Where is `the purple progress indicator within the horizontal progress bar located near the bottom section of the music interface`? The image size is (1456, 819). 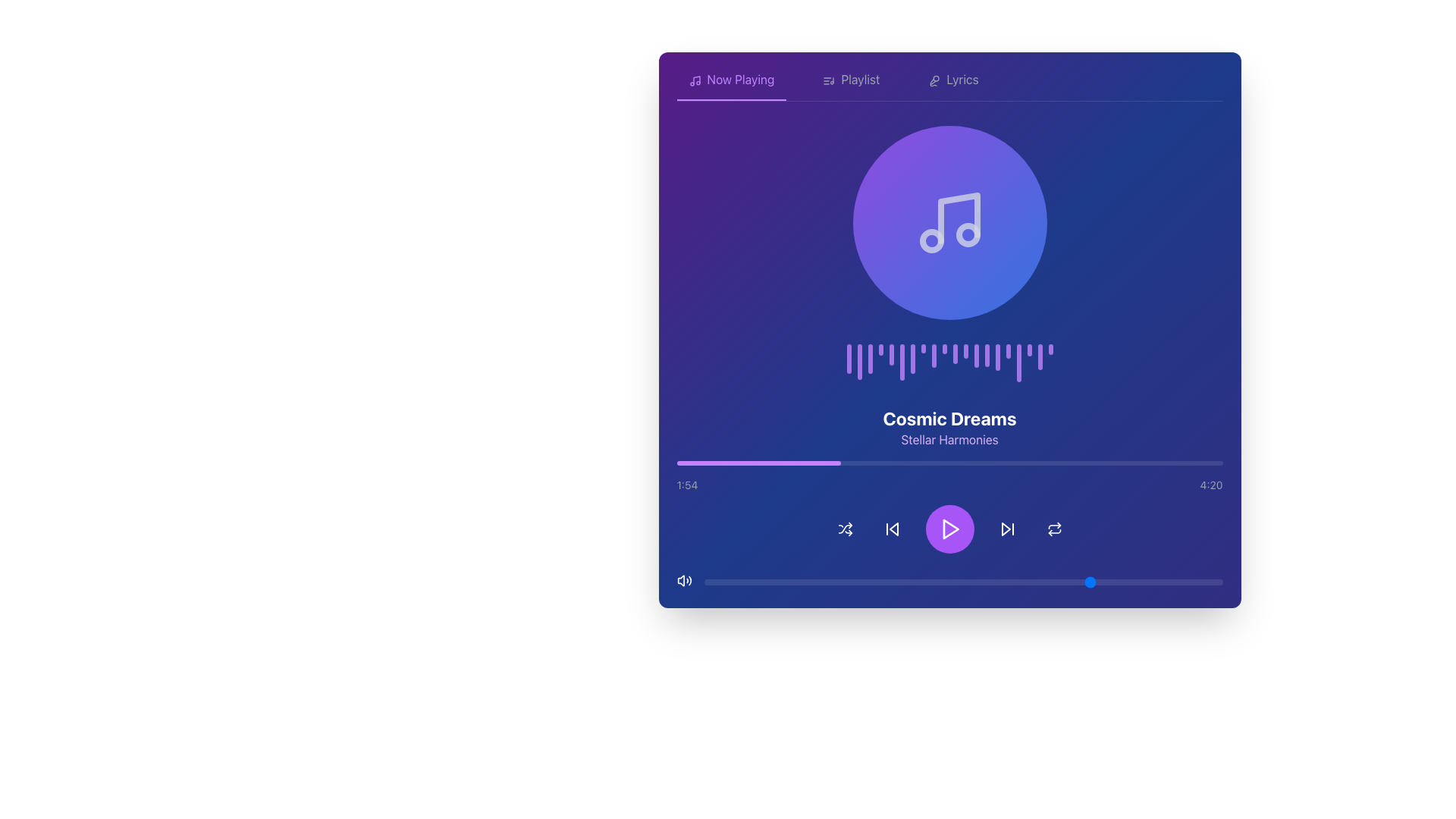 the purple progress indicator within the horizontal progress bar located near the bottom section of the music interface is located at coordinates (758, 462).